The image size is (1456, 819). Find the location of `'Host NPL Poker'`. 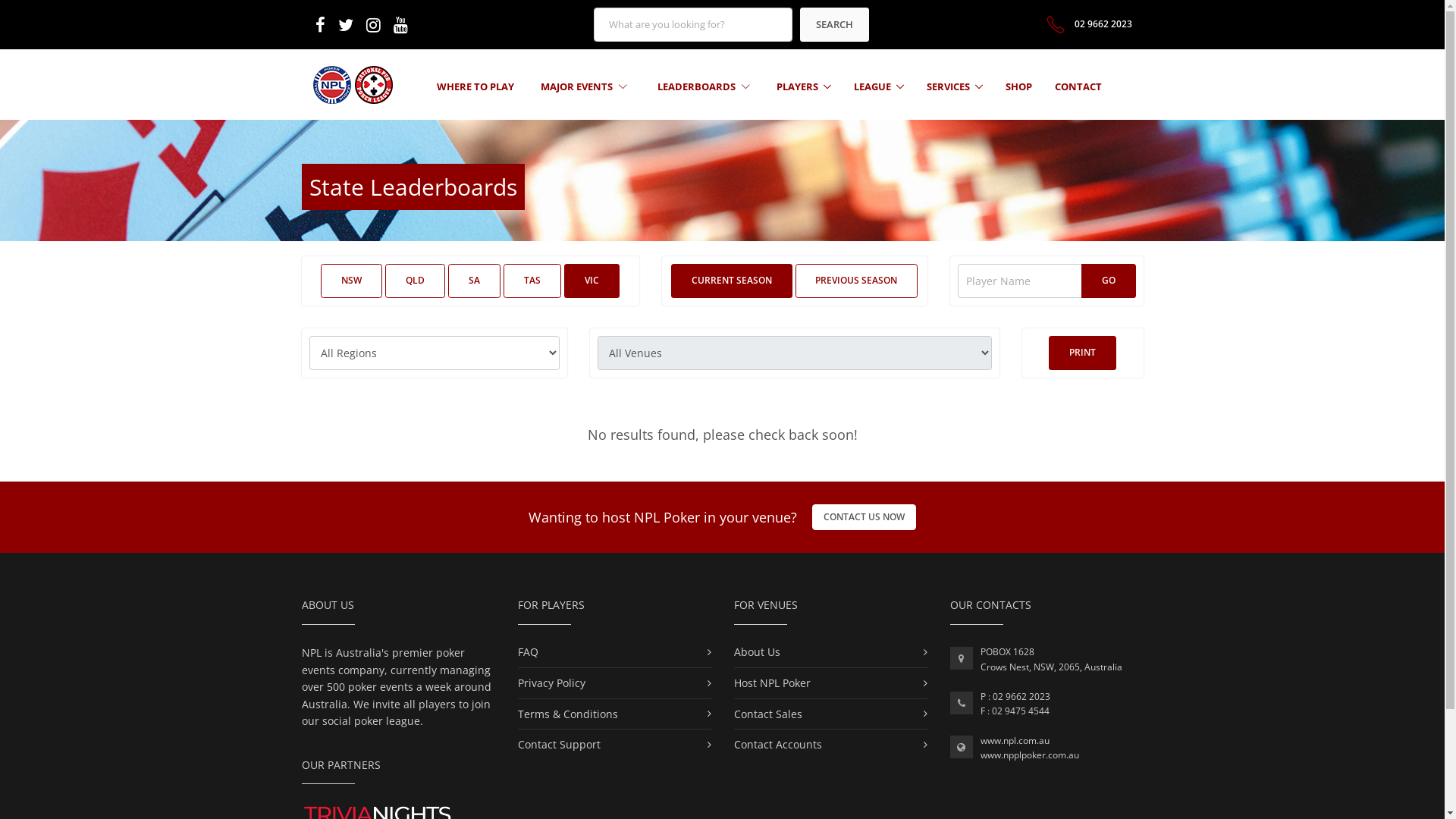

'Host NPL Poker' is located at coordinates (772, 682).